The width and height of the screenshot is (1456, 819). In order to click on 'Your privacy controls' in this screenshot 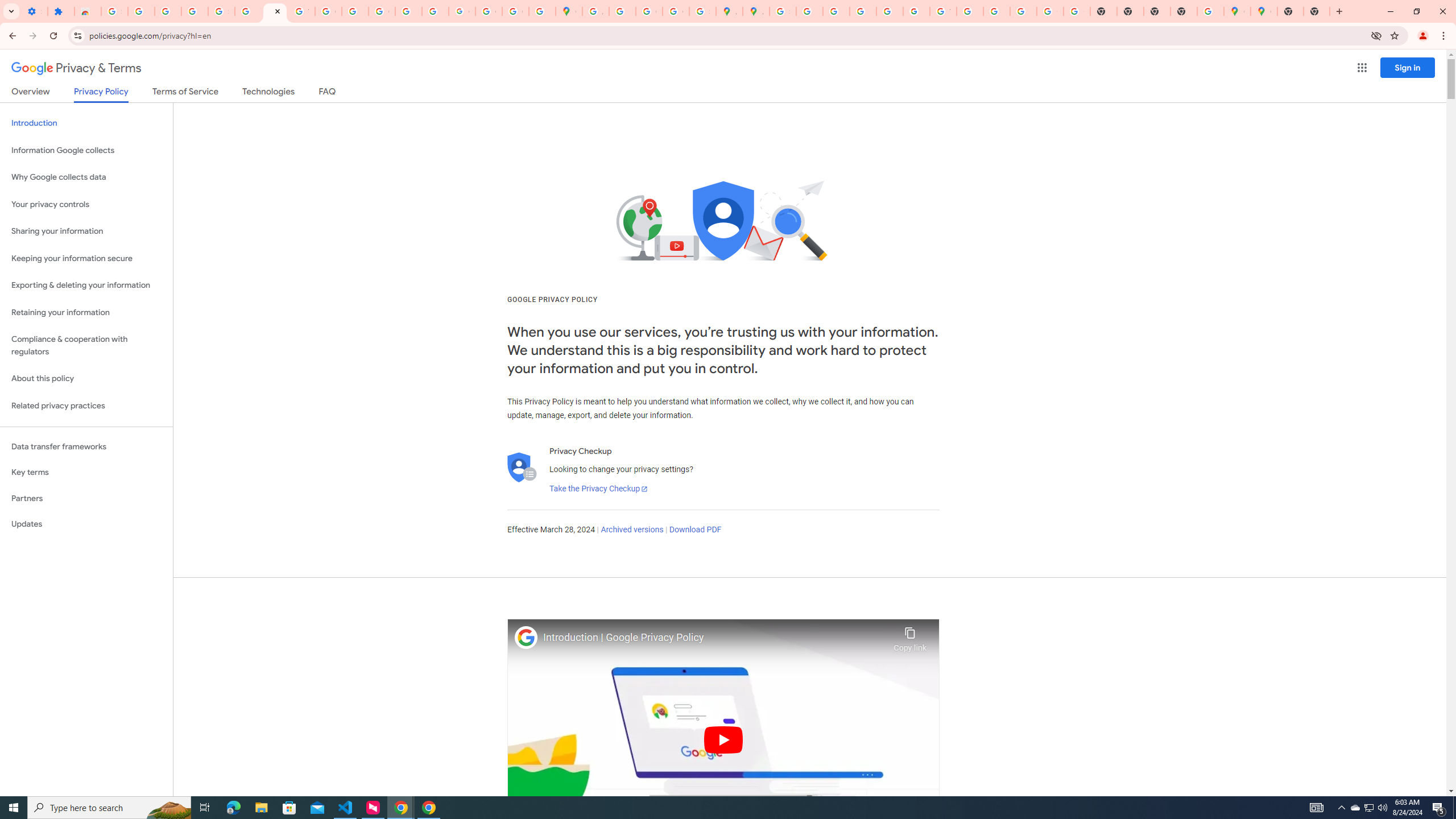, I will do `click(86, 205)`.